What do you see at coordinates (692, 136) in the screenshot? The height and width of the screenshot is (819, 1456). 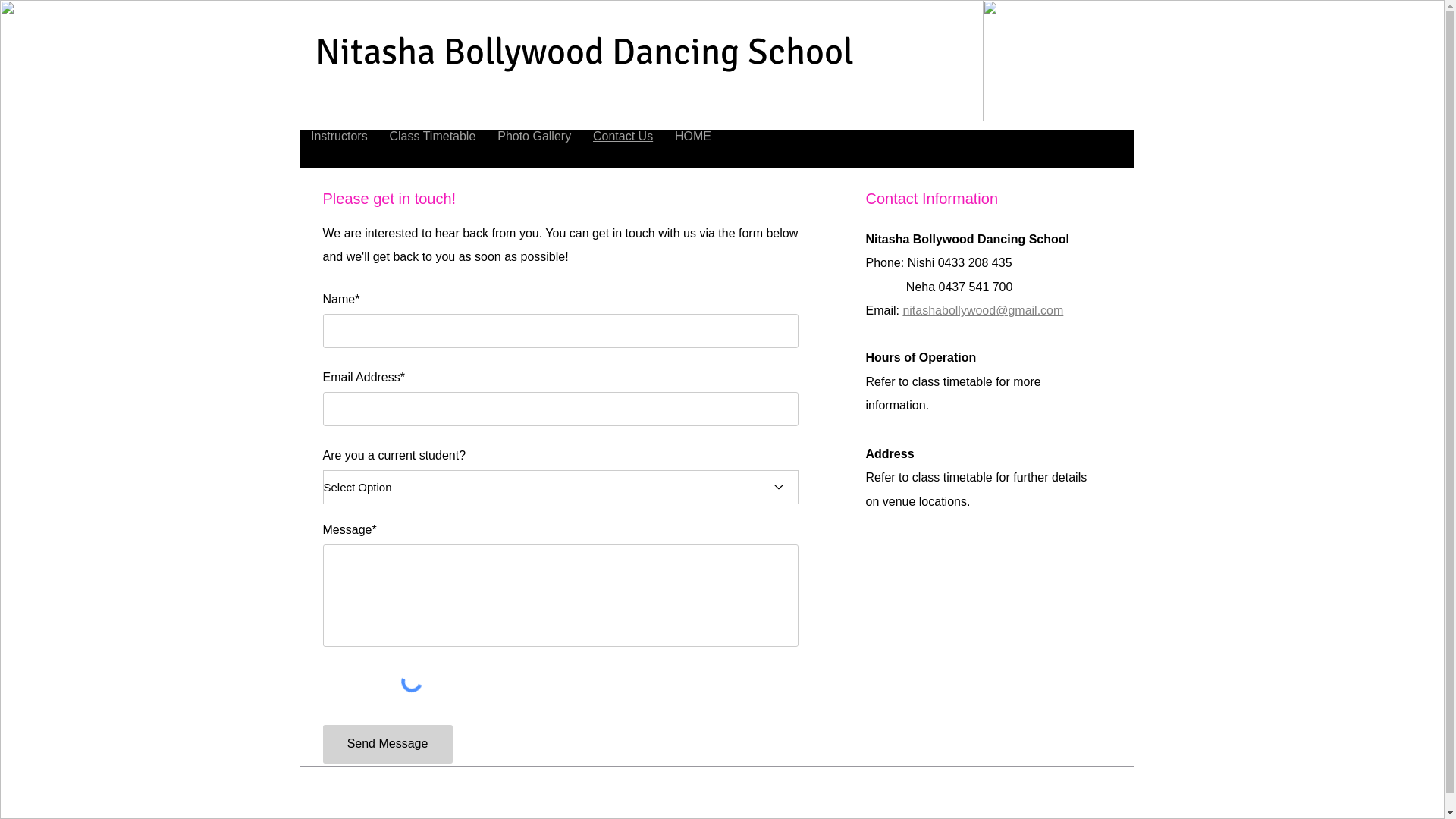 I see `'HOME'` at bounding box center [692, 136].